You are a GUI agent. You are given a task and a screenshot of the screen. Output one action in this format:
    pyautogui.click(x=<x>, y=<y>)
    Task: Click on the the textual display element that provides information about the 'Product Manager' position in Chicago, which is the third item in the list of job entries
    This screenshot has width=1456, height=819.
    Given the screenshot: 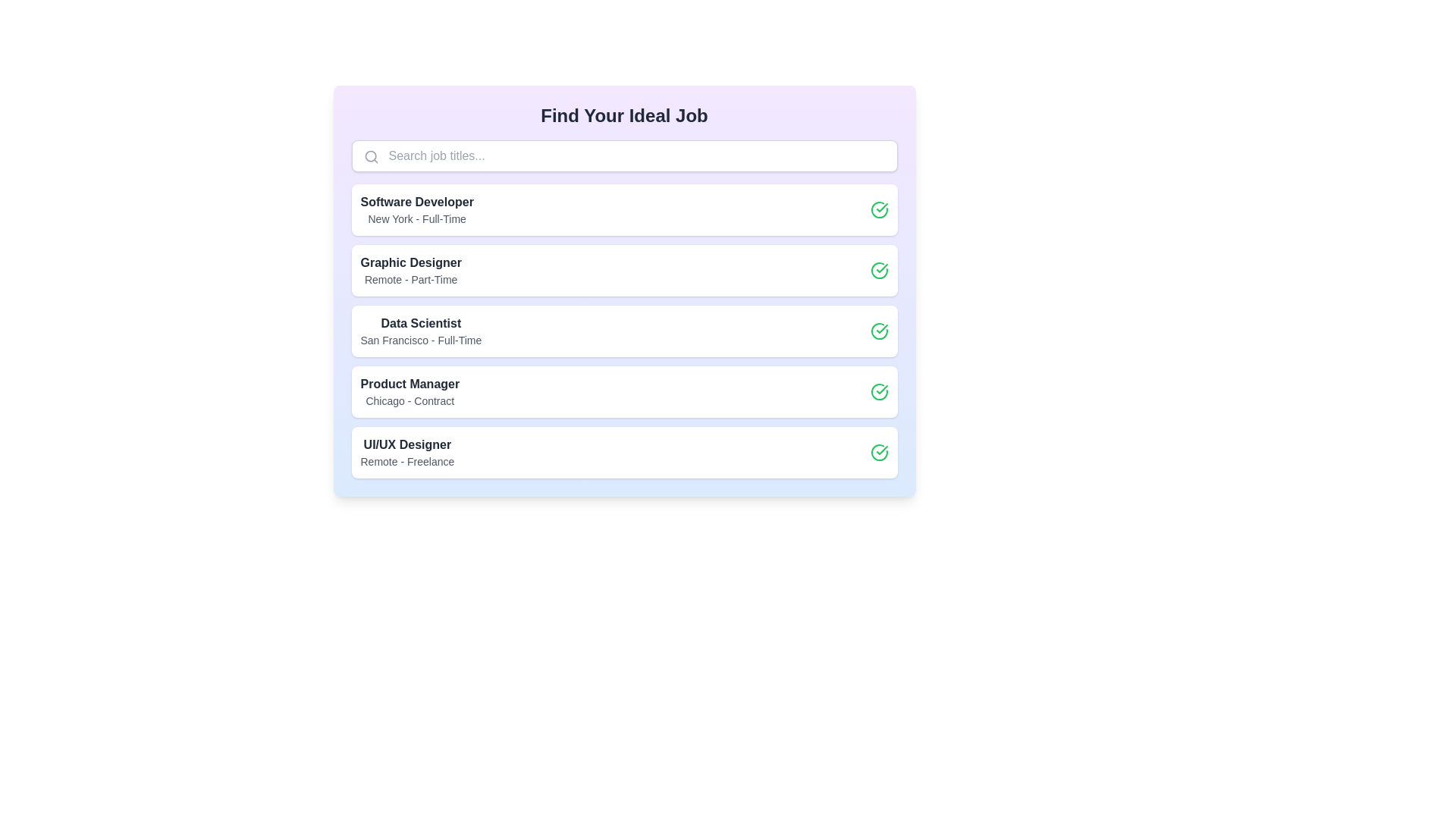 What is the action you would take?
    pyautogui.click(x=409, y=391)
    